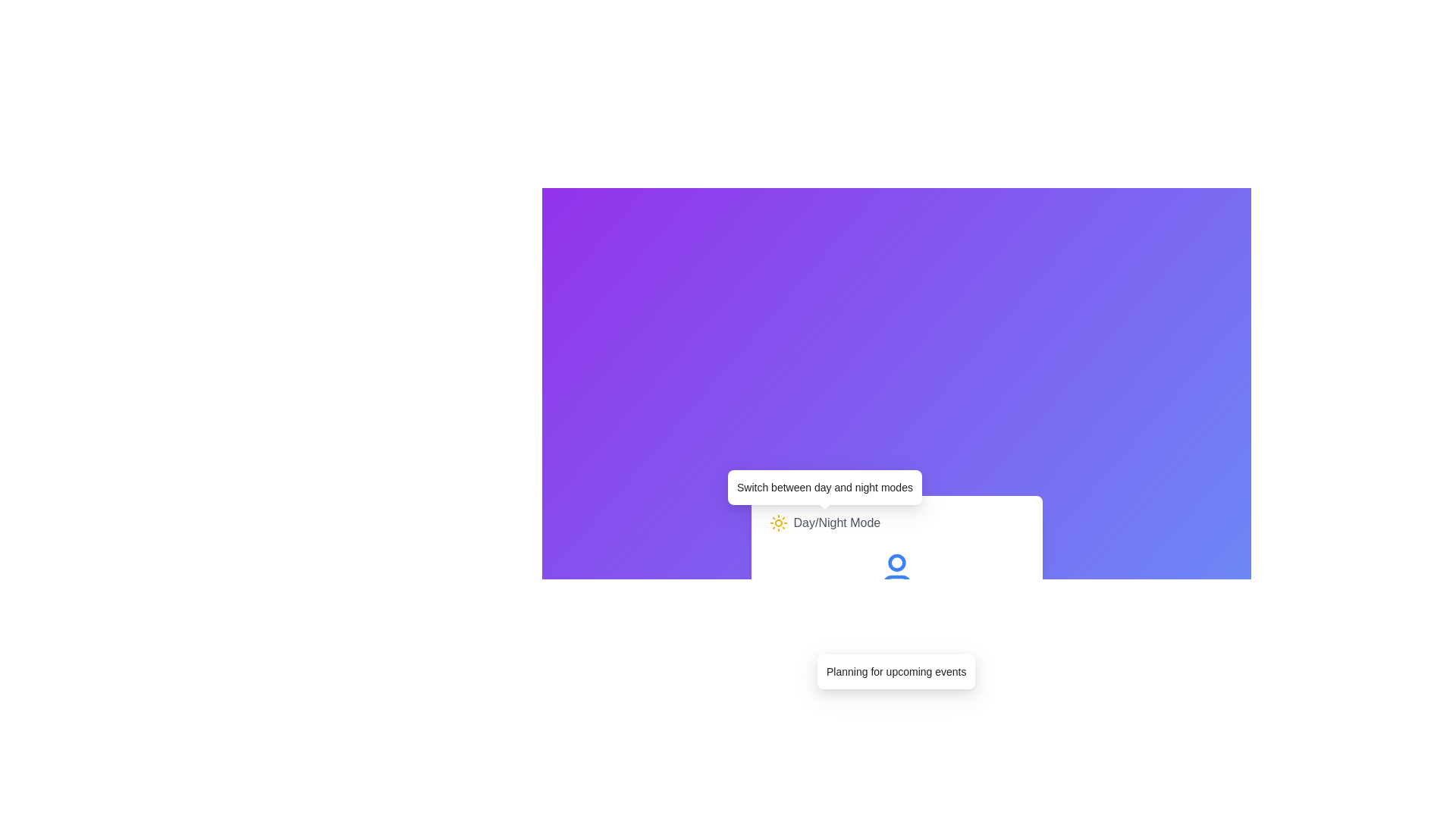 This screenshot has width=1456, height=819. I want to click on the user profile icon, which is a blue SVG graphic featuring a circular head and semi-oval body, located centrally above the name 'John Doe' and the role 'Full-Stack Developer', so click(896, 571).